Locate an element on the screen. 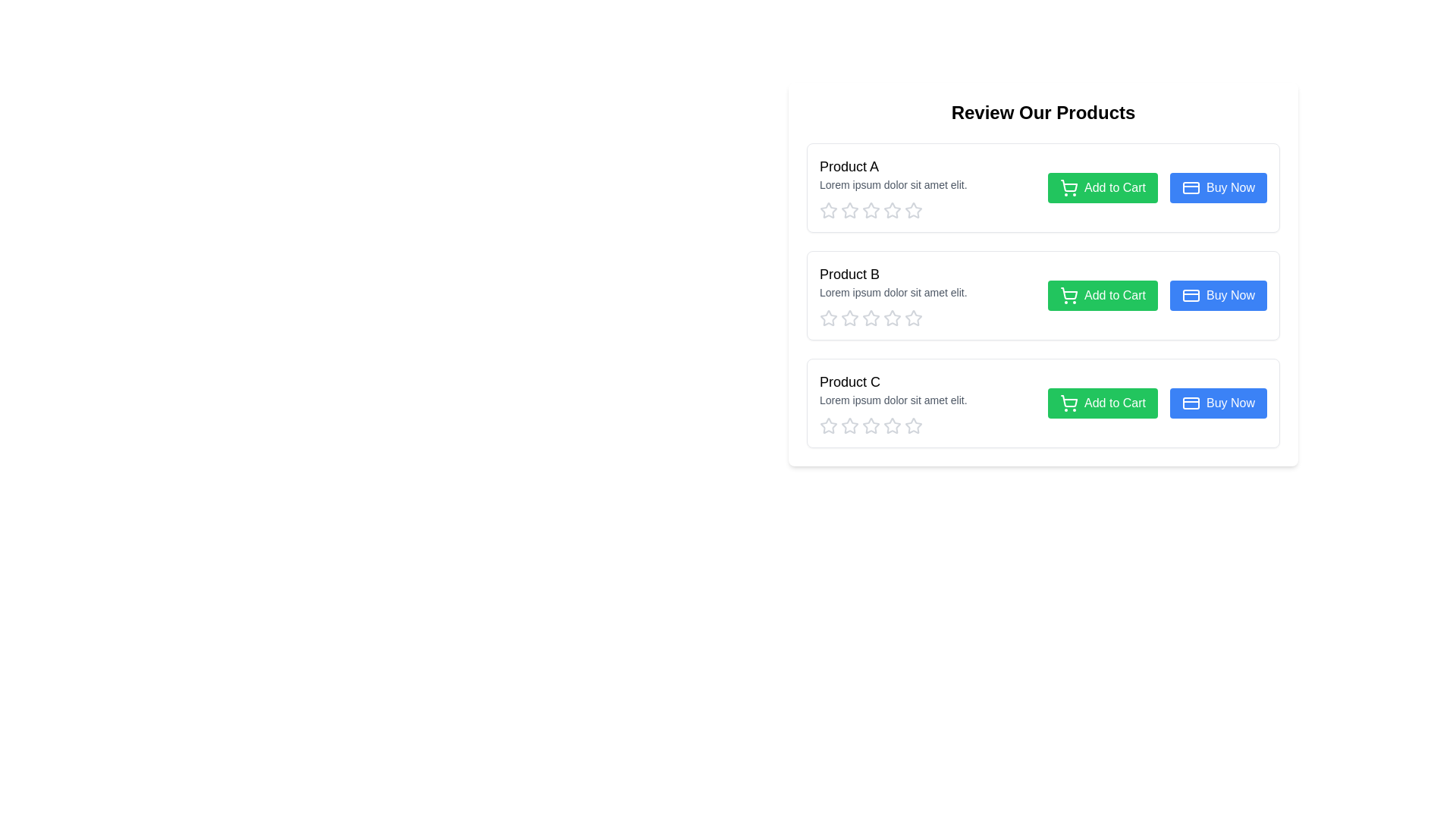  the shopping cart icon, which is part of the 'Add to Cart' button for 'Product B', to trigger a tooltip or visual effect is located at coordinates (1068, 295).